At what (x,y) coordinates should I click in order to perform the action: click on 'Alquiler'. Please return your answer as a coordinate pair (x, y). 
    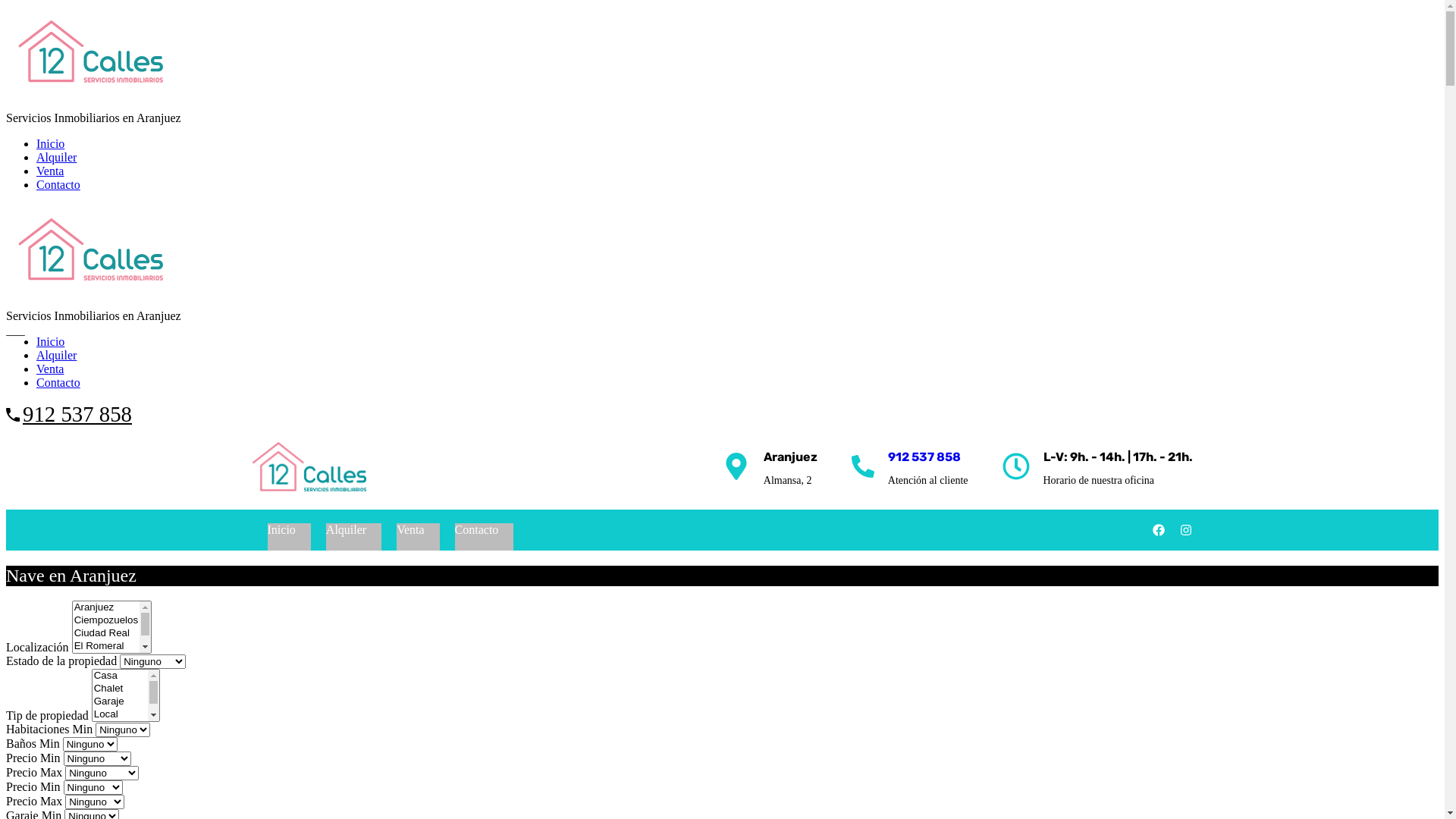
    Looking at the image, I should click on (56, 157).